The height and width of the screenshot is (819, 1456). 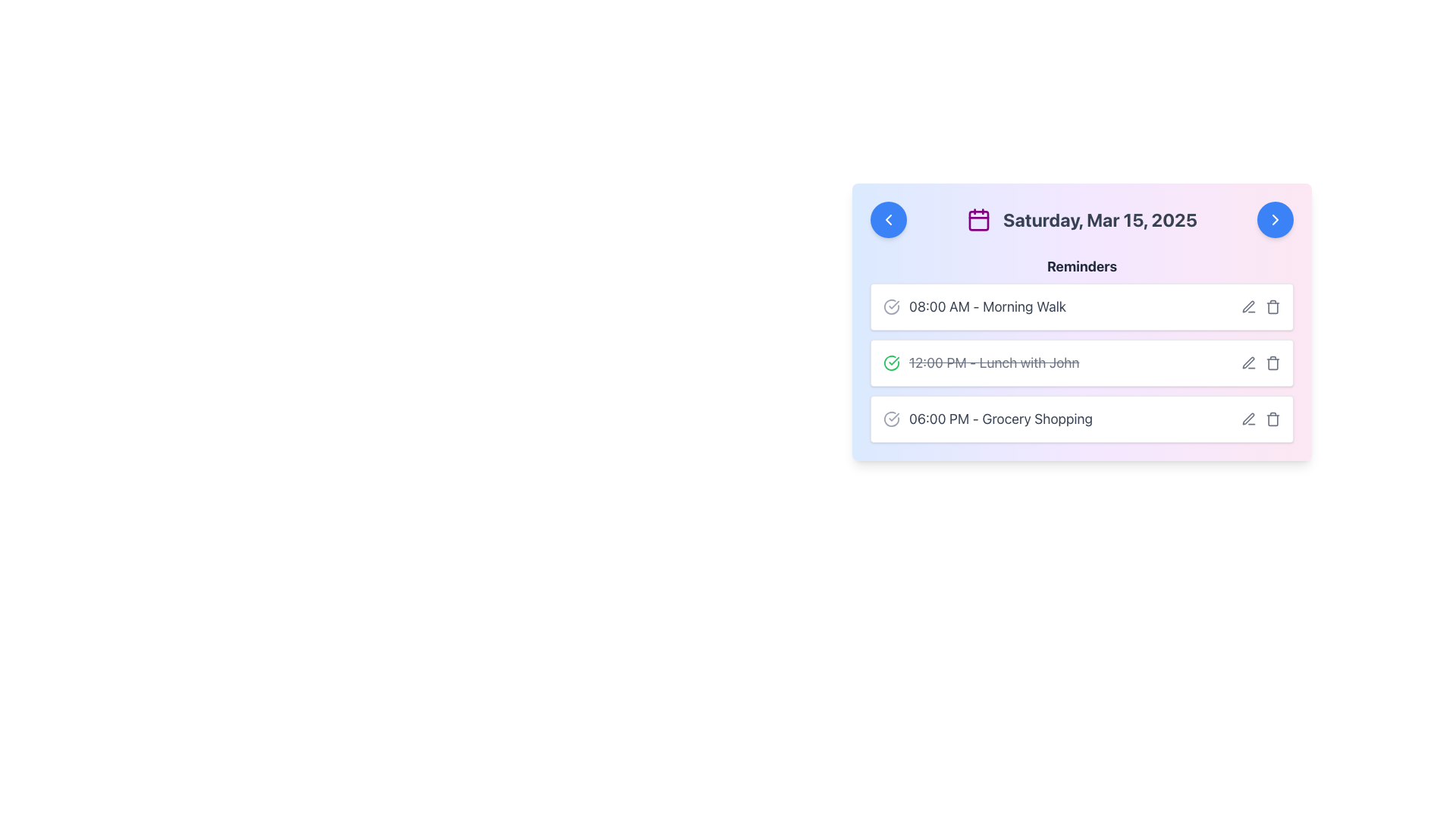 I want to click on the first scheduled event in the reminder list, so click(x=1081, y=307).